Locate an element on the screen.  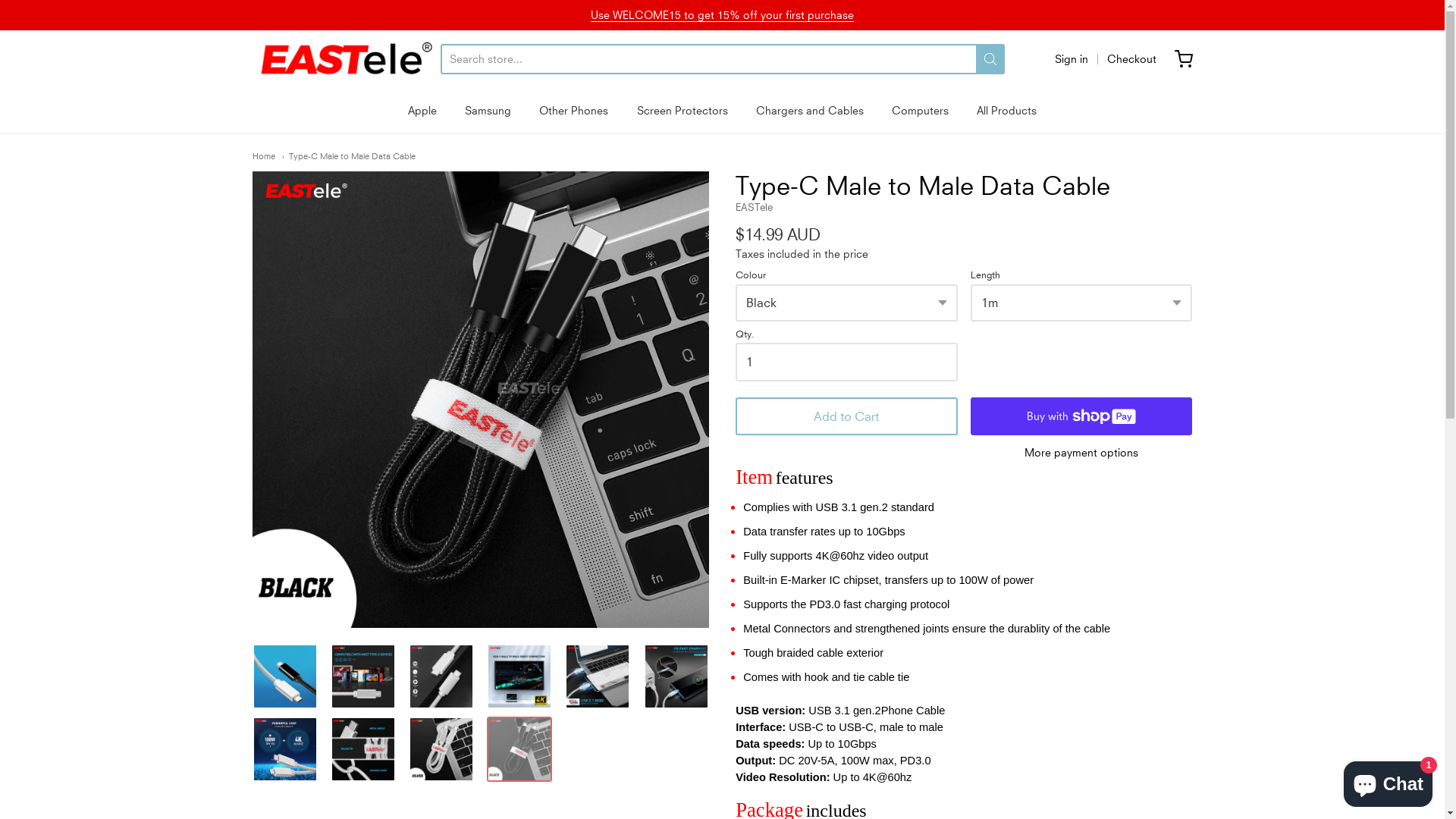
'Apple' is located at coordinates (422, 110).